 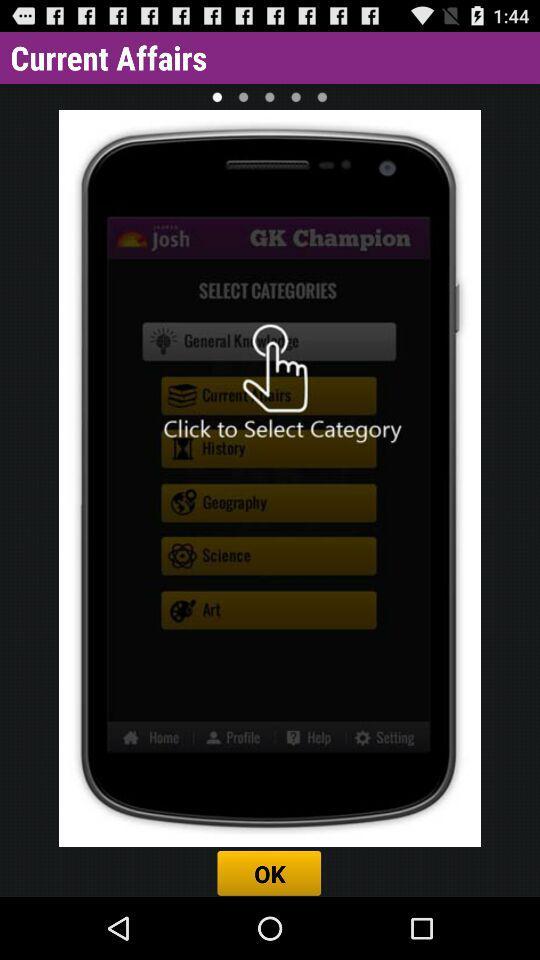 I want to click on next screenshot, so click(x=243, y=96).